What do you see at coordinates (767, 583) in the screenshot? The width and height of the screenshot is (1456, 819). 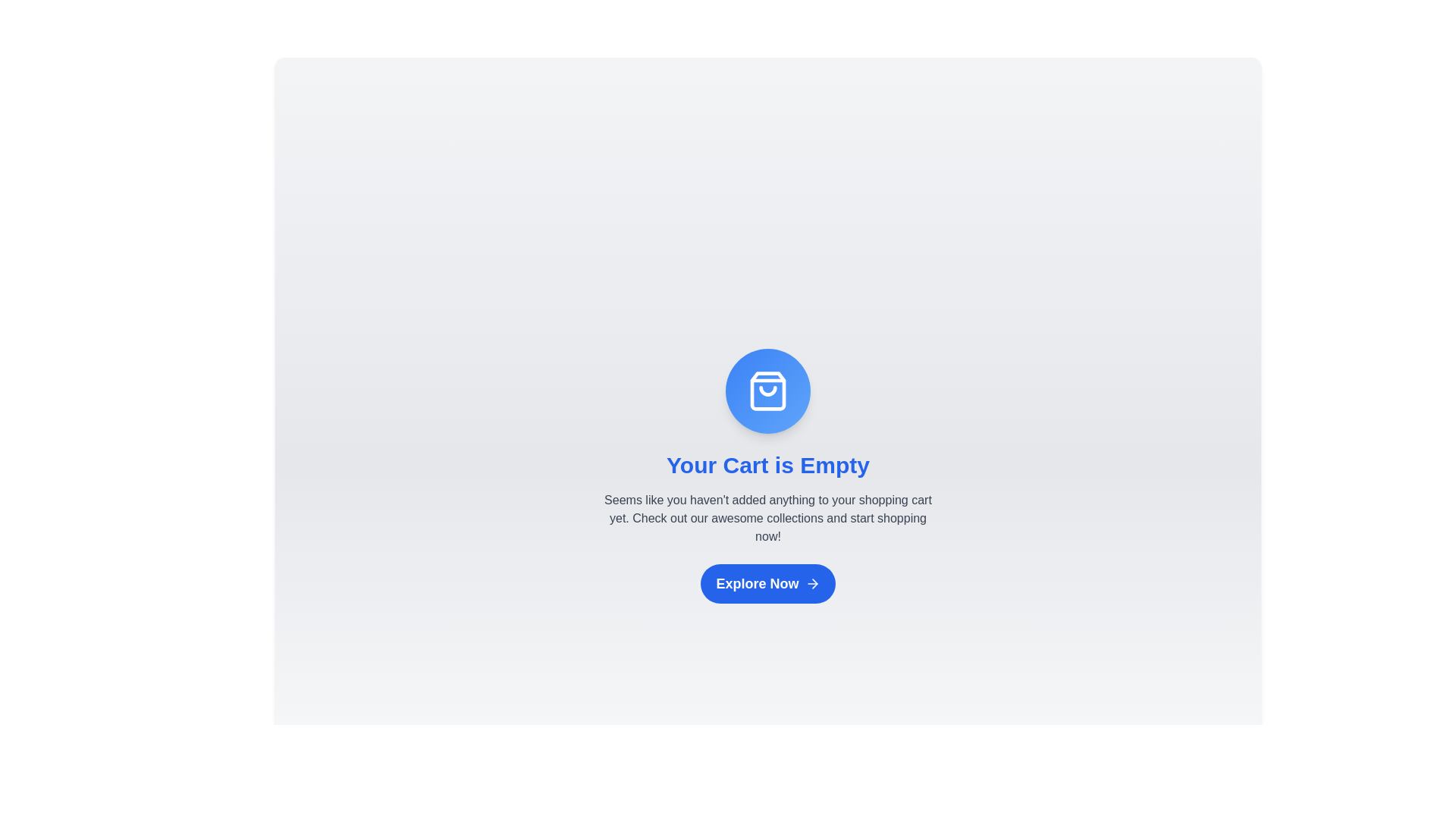 I see `the rounded blue button labeled 'Explore Now'` at bounding box center [767, 583].